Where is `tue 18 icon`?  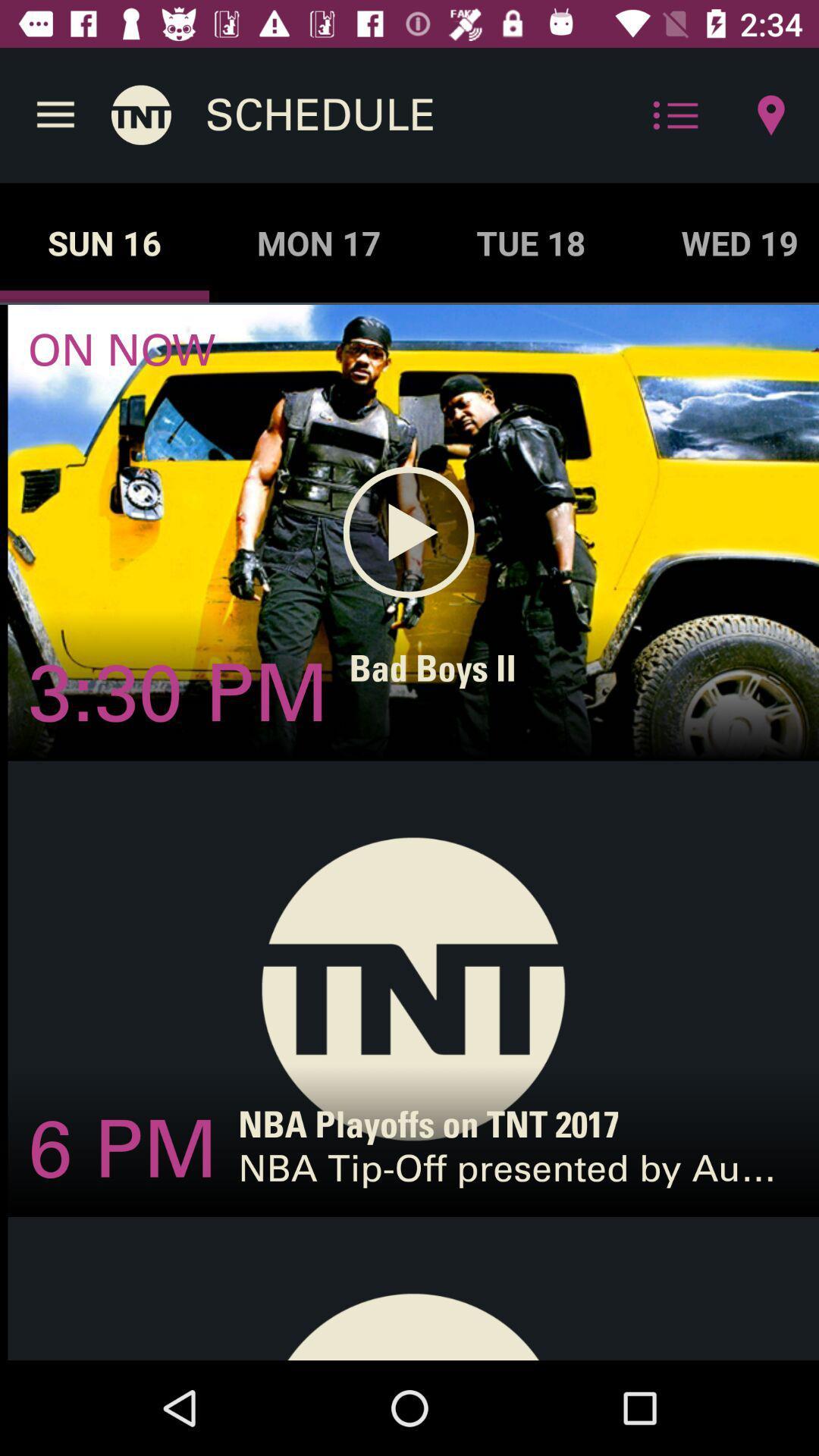
tue 18 icon is located at coordinates (530, 243).